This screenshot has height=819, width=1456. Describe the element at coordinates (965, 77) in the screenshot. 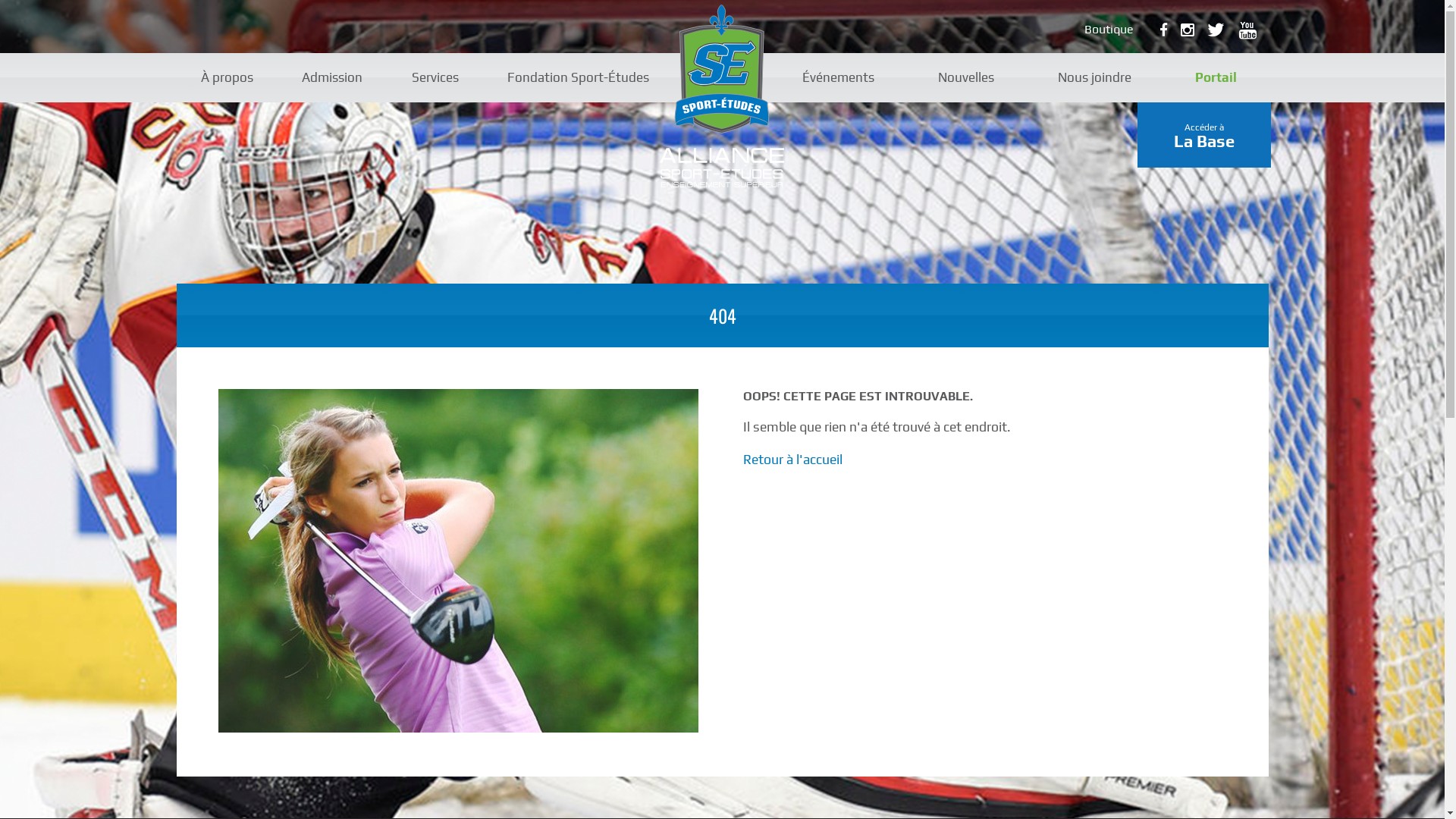

I see `'Nouvelles'` at that location.